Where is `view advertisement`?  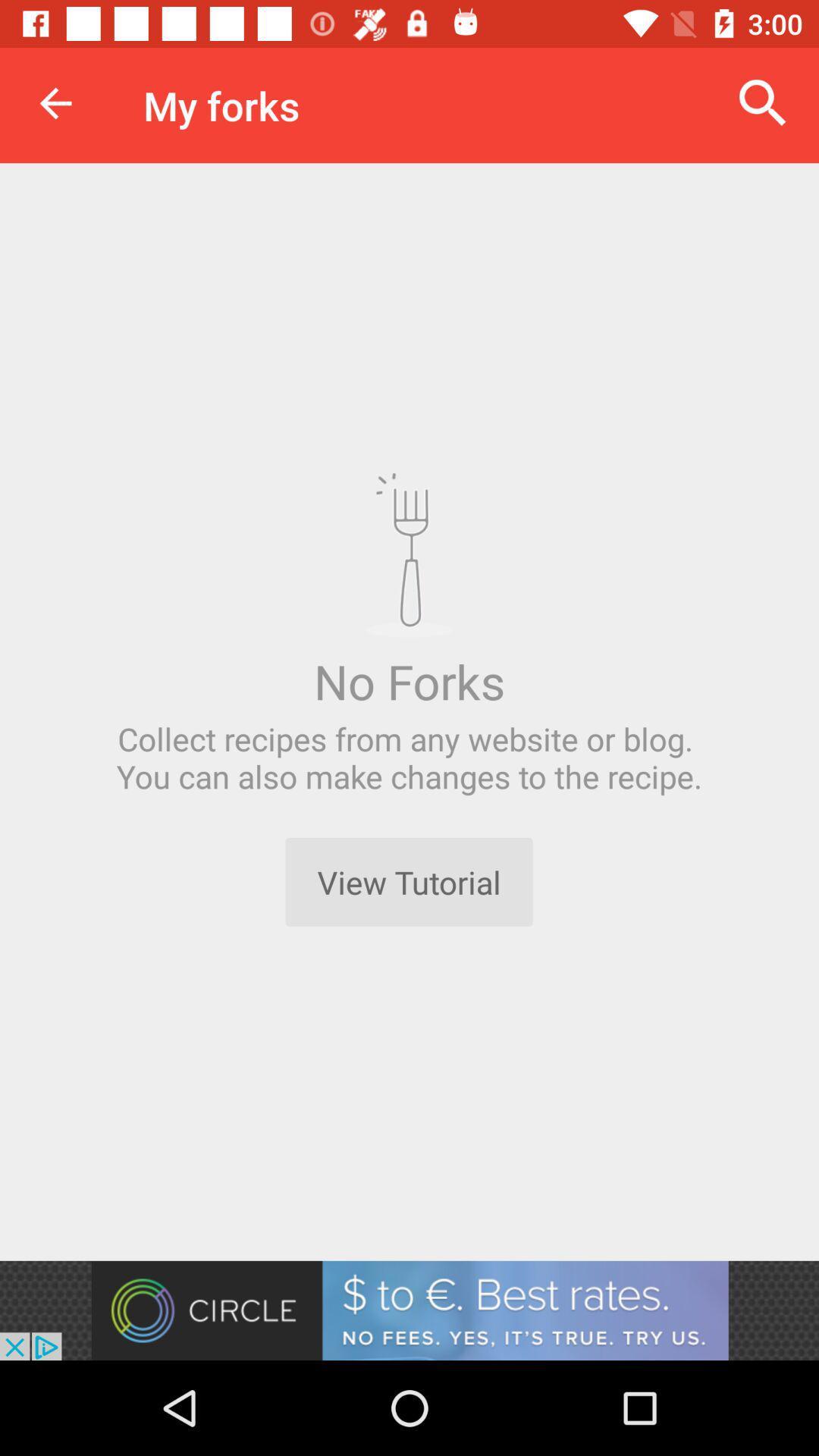
view advertisement is located at coordinates (409, 1310).